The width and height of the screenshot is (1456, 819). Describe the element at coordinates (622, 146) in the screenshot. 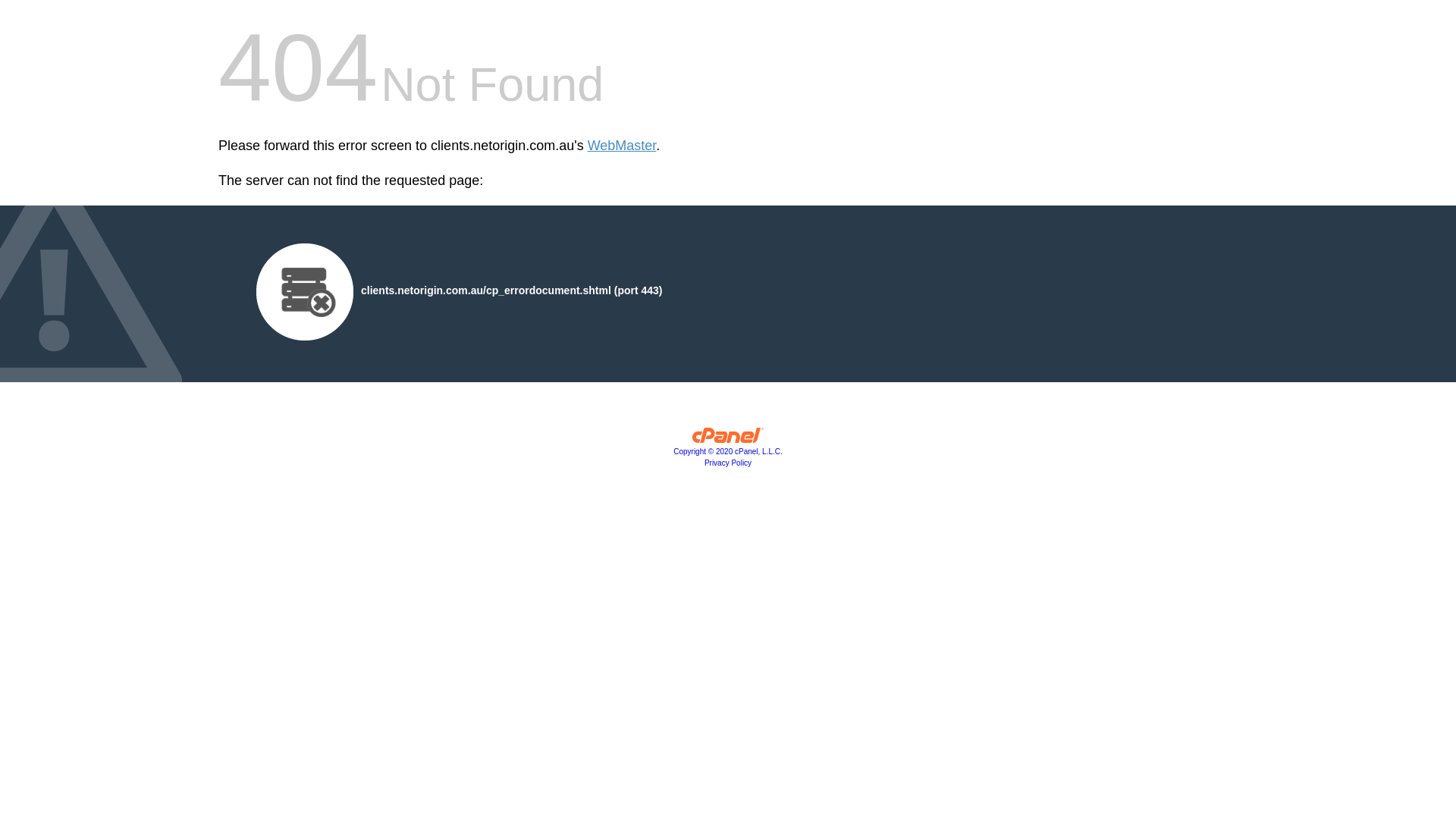

I see `'WebMaster'` at that location.